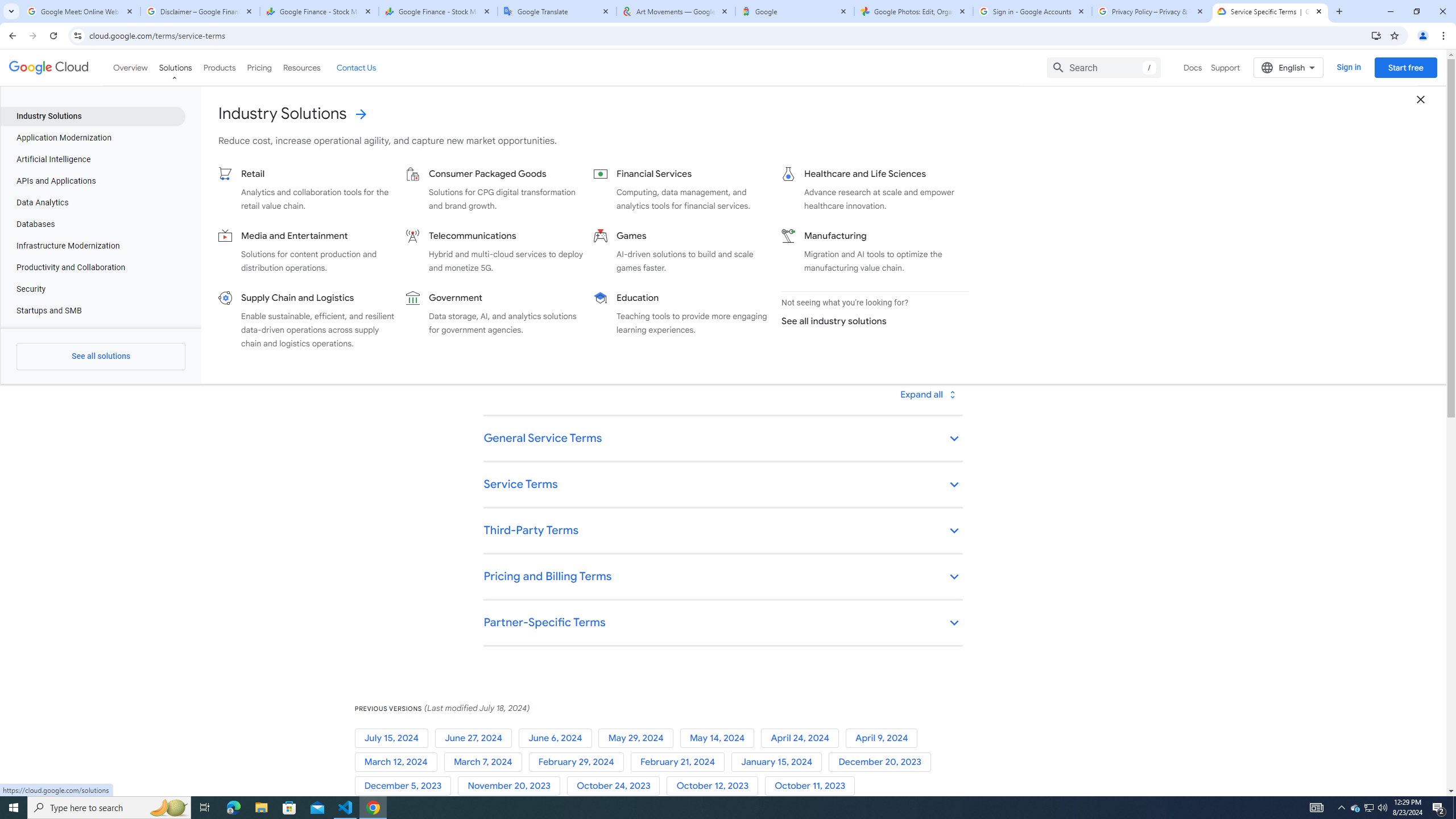 Image resolution: width=1456 pixels, height=819 pixels. What do you see at coordinates (92, 289) in the screenshot?
I see `'Security'` at bounding box center [92, 289].